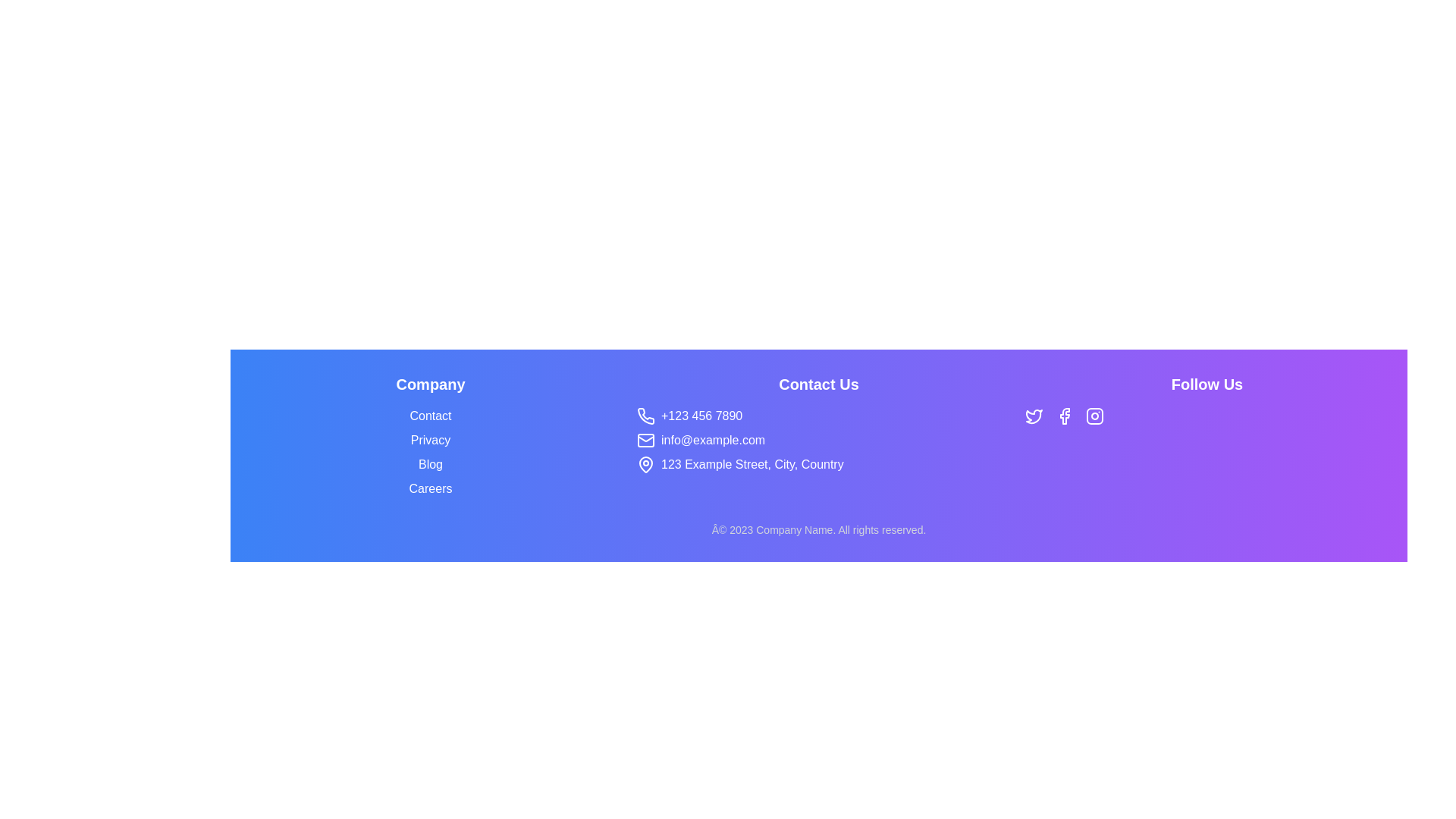 The width and height of the screenshot is (1456, 819). I want to click on the Hyperlink text that serves as an interactive navigation link to the Privacy page, located in the leftmost column under the 'Company' heading, so click(429, 435).